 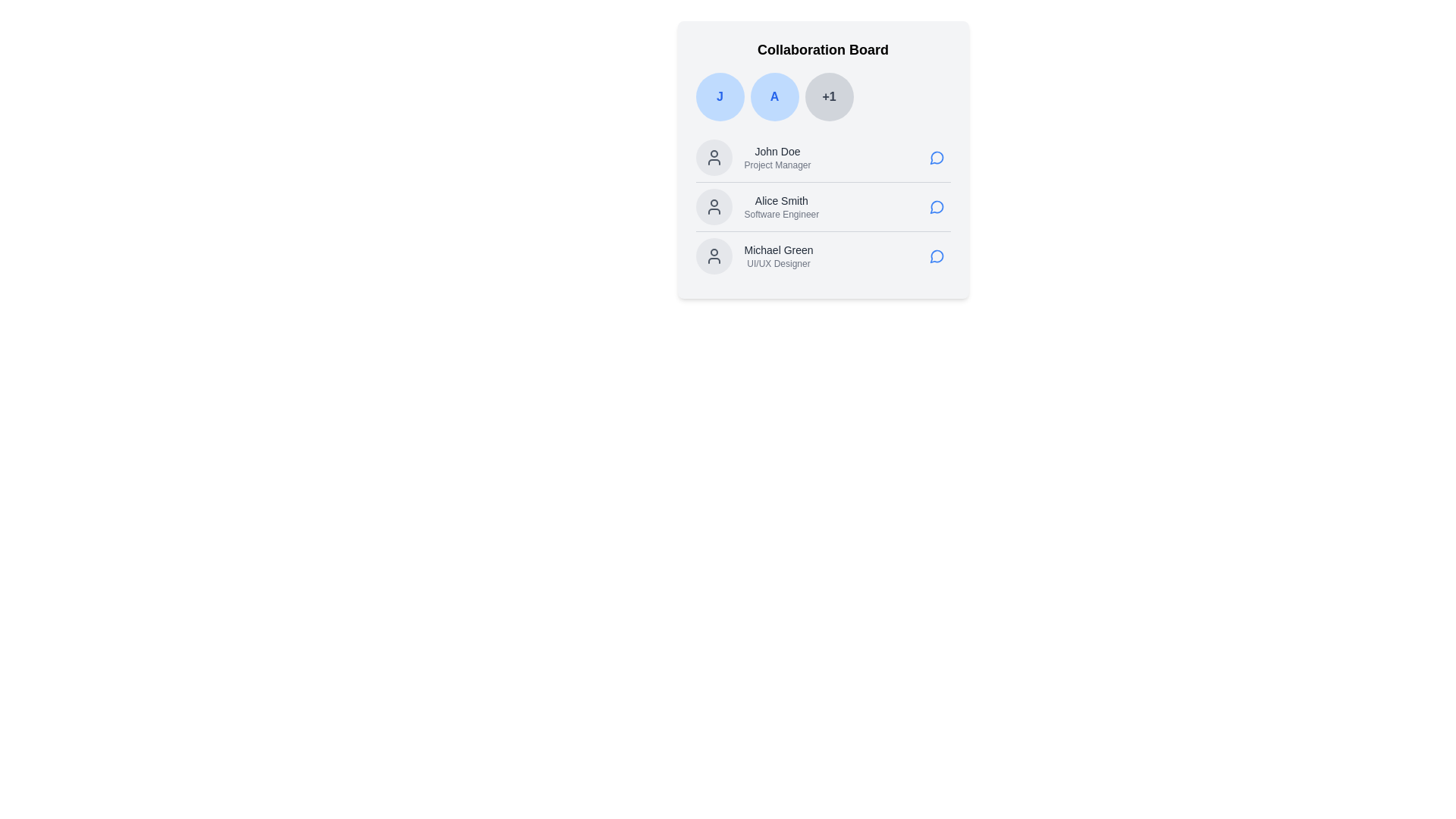 What do you see at coordinates (779, 256) in the screenshot?
I see `the text label component displaying 'Michael Green' and 'UI/UX Designer' located on the last row of the collaborators list in the 'Collaboration Board' card` at bounding box center [779, 256].